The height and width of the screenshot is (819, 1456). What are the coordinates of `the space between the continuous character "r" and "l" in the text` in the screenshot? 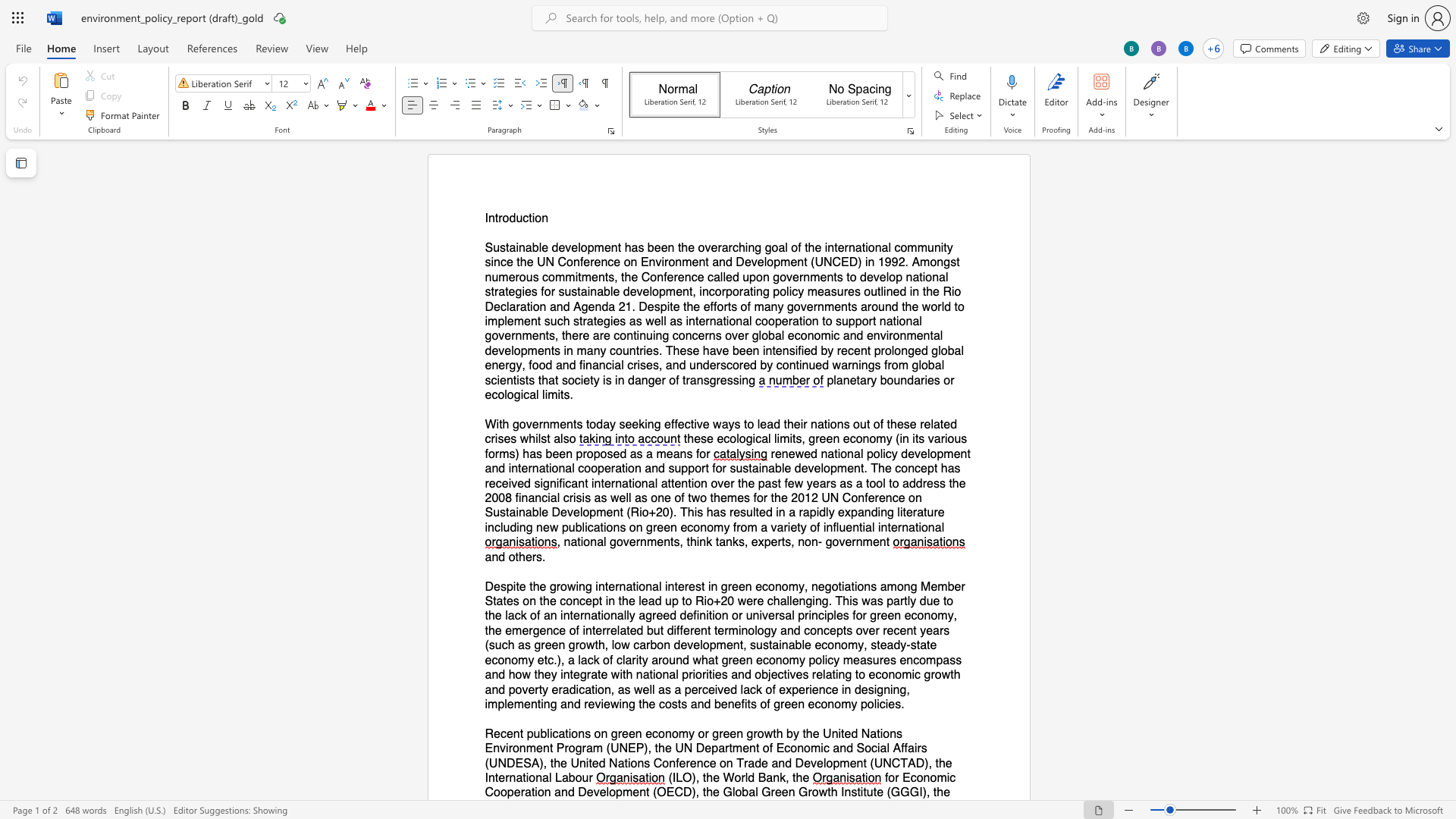 It's located at (745, 778).